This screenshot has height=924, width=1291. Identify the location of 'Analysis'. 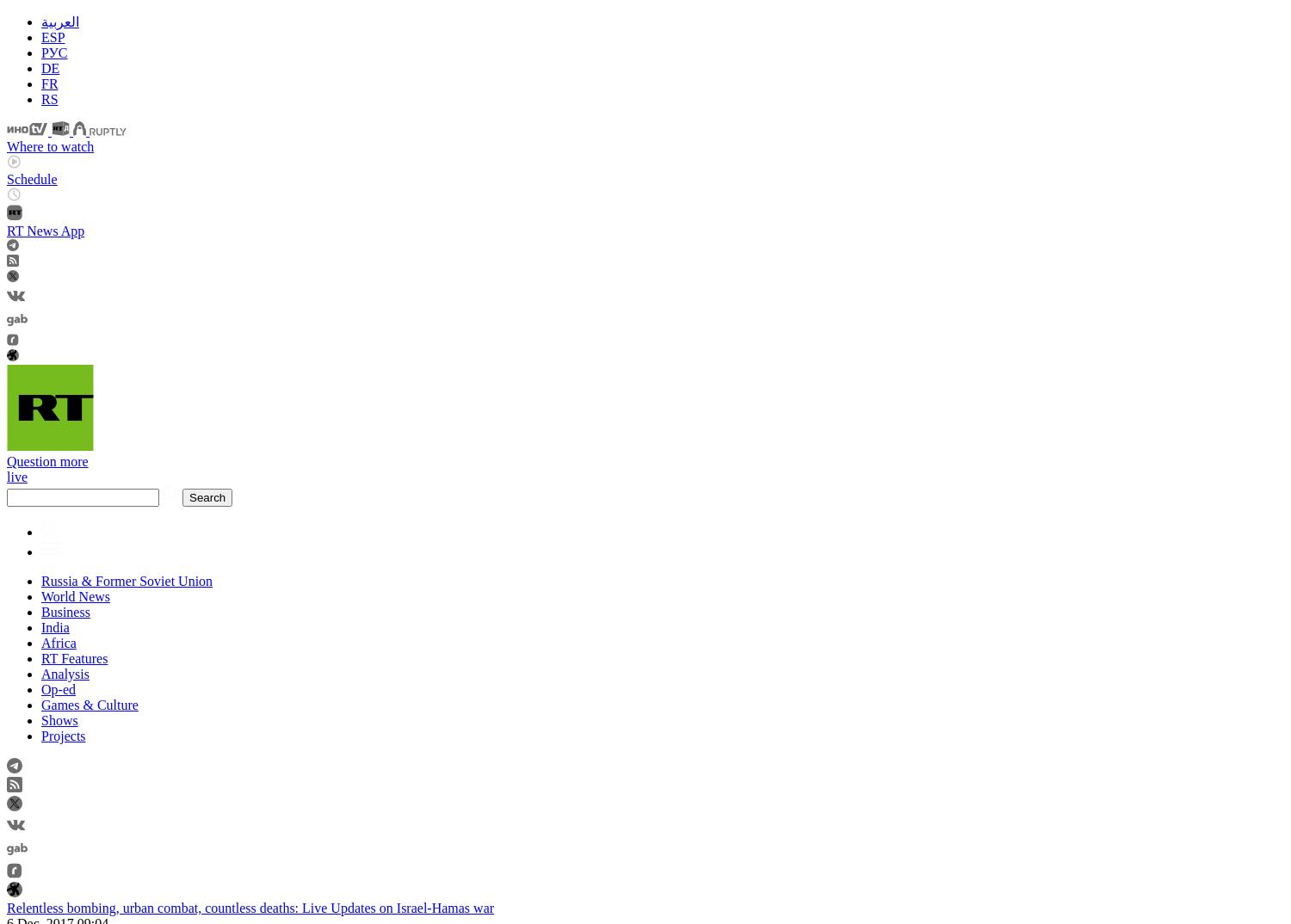
(41, 672).